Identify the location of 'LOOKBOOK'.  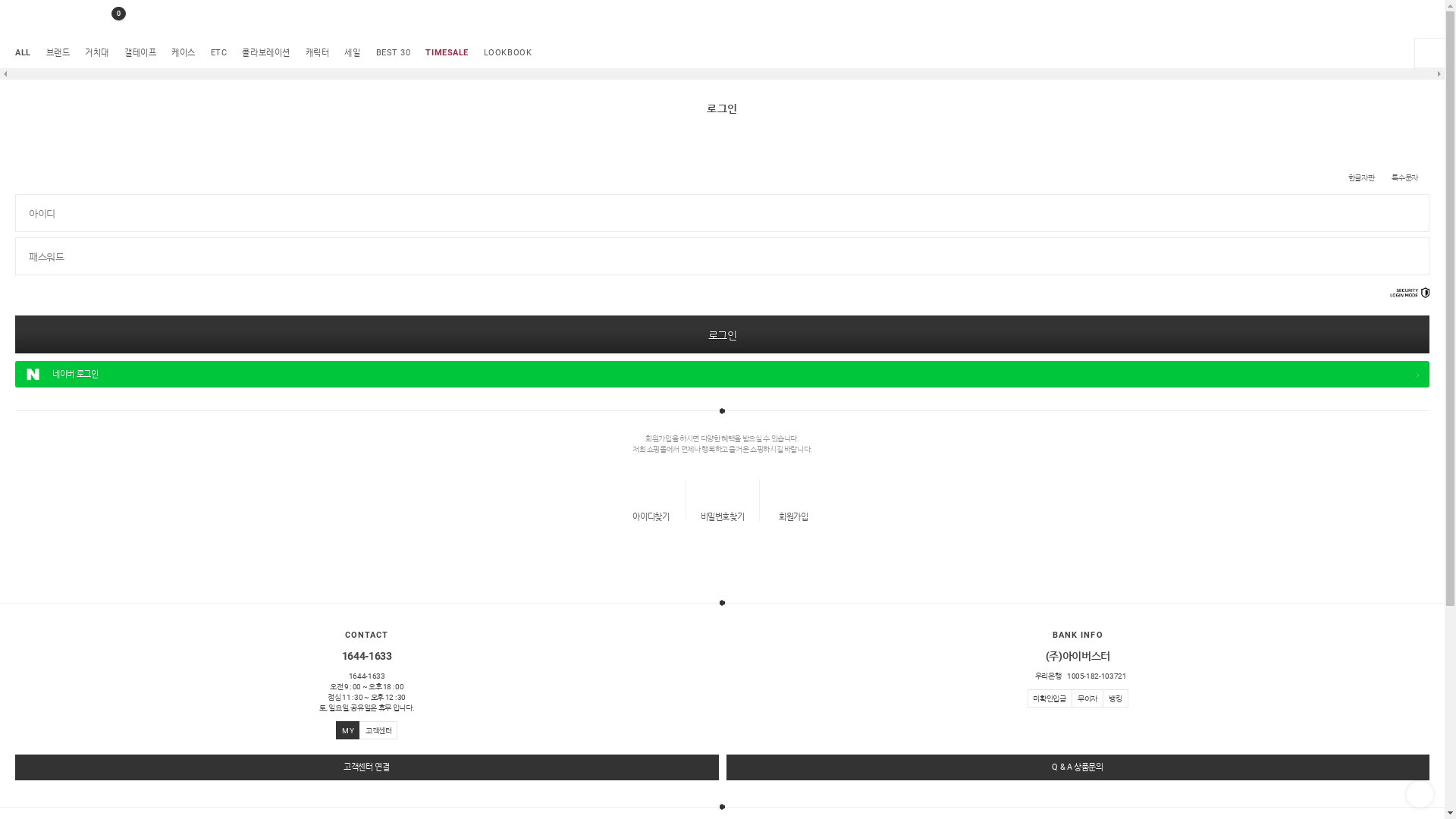
(507, 52).